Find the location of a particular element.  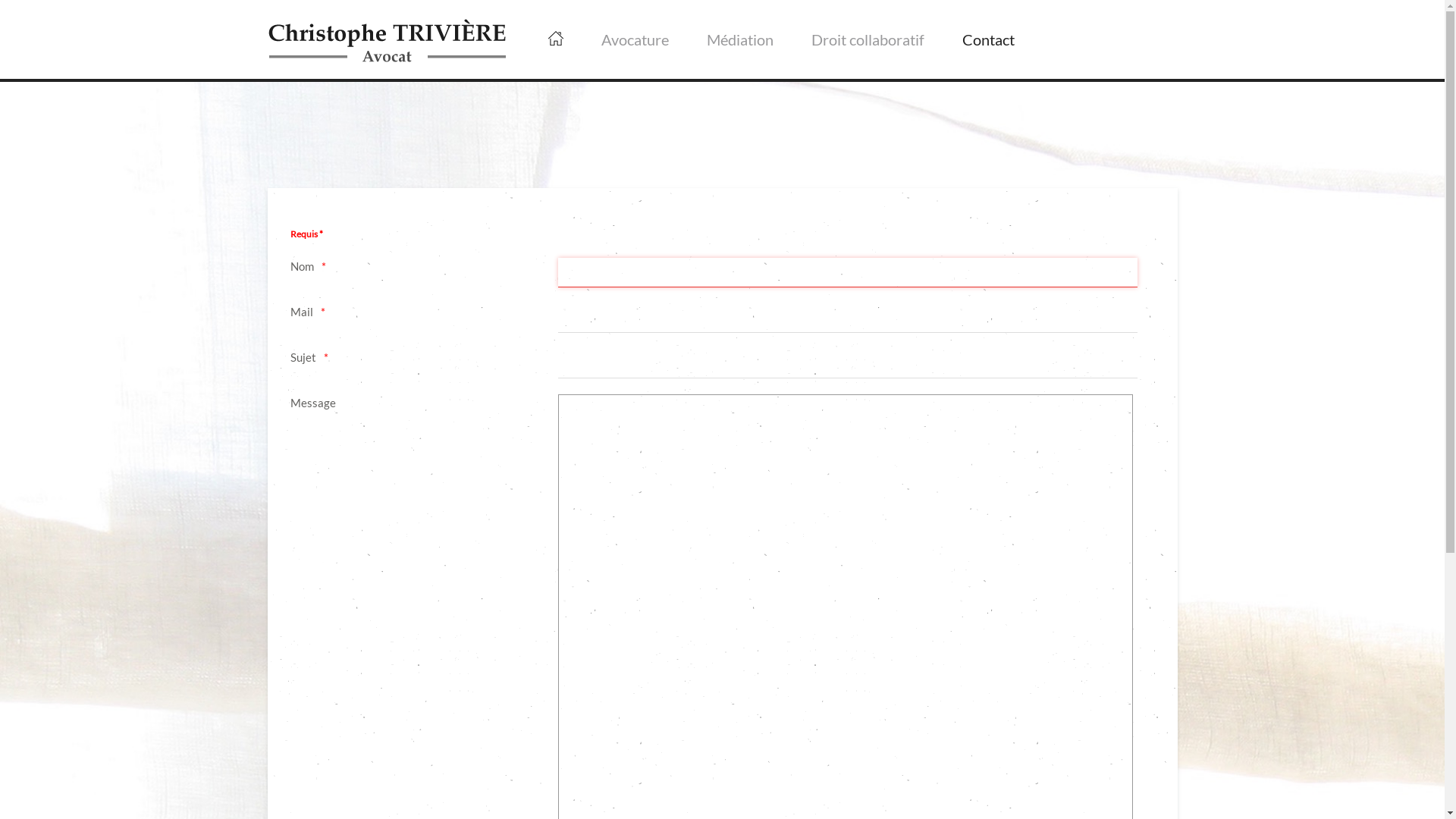

'Avocature' is located at coordinates (635, 38).